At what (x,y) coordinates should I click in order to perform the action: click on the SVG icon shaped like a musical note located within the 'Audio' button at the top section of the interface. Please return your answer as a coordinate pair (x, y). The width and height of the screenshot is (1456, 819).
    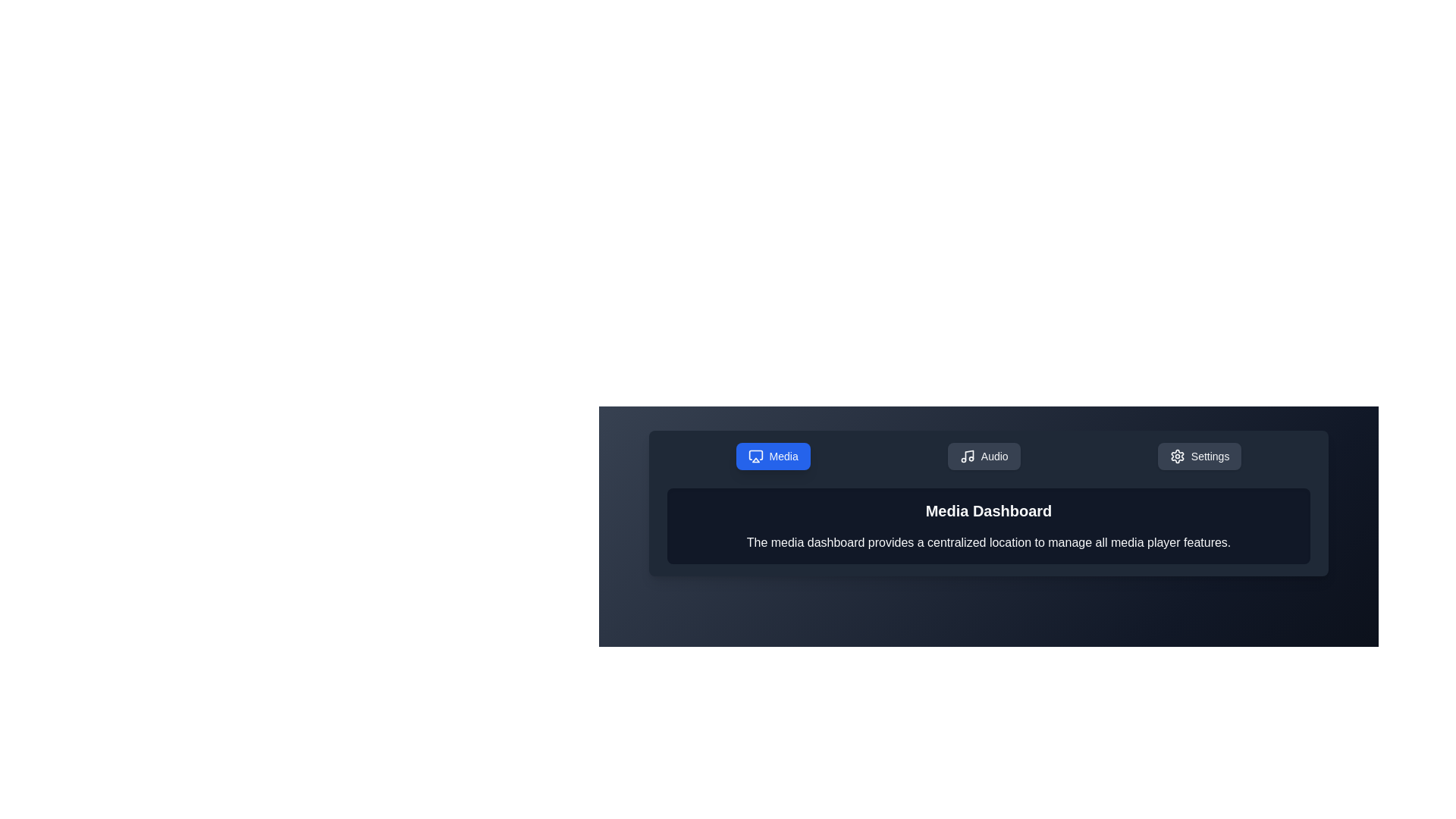
    Looking at the image, I should click on (966, 455).